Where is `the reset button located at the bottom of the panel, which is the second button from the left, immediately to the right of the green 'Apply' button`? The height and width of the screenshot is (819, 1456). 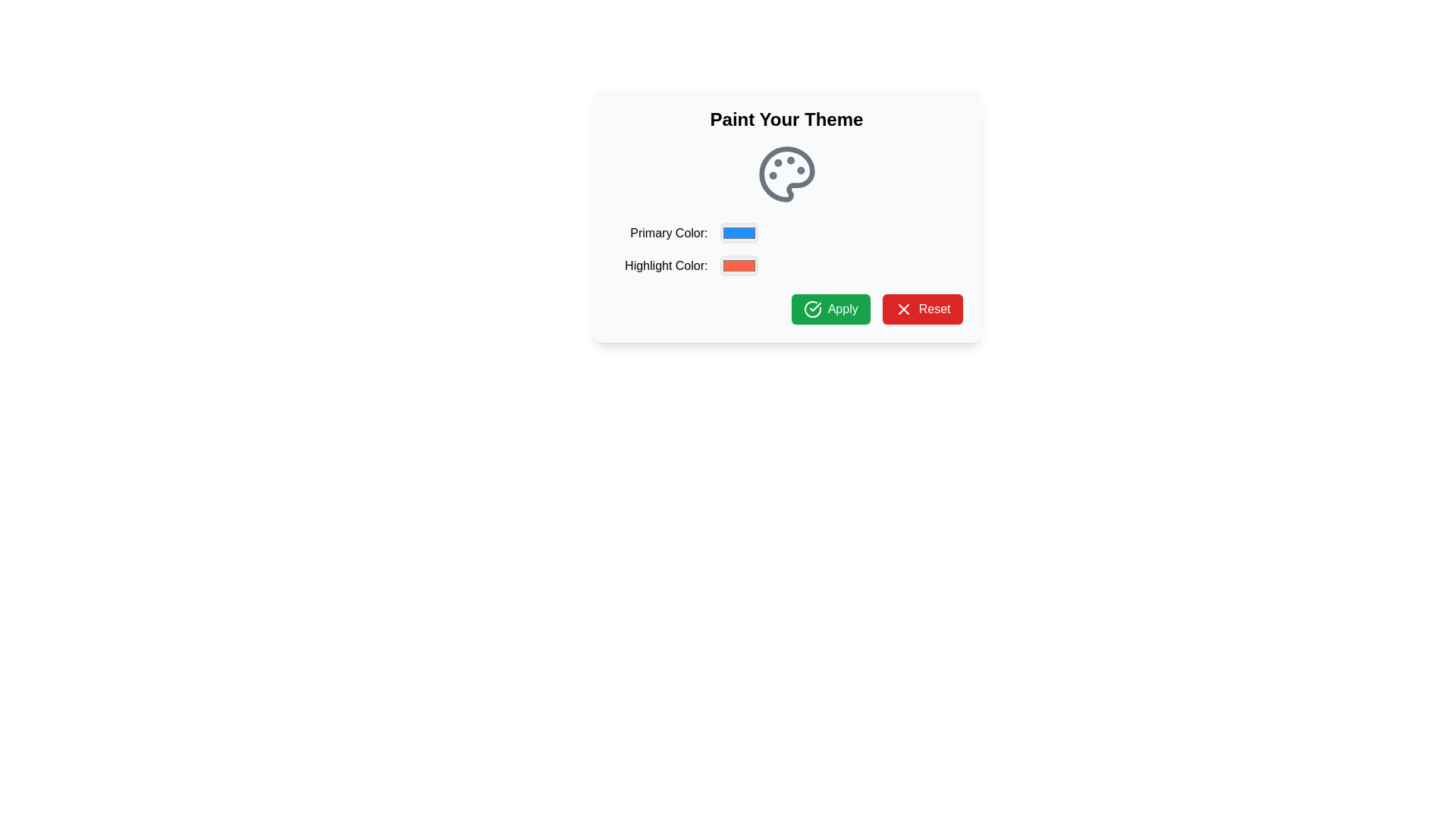 the reset button located at the bottom of the panel, which is the second button from the left, immediately to the right of the green 'Apply' button is located at coordinates (921, 309).